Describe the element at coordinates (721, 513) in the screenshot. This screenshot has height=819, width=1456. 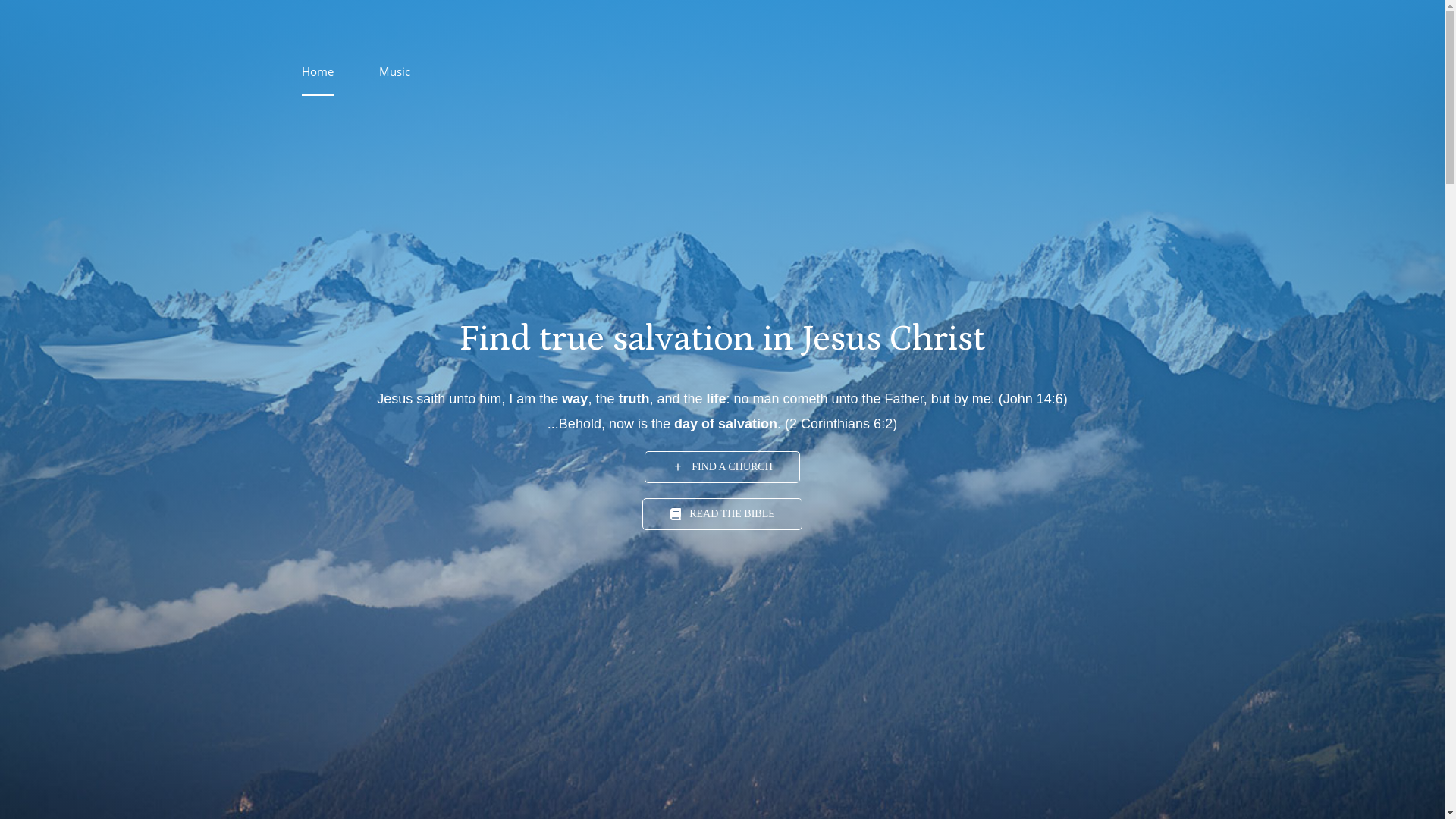
I see `'READ THE BIBLE'` at that location.